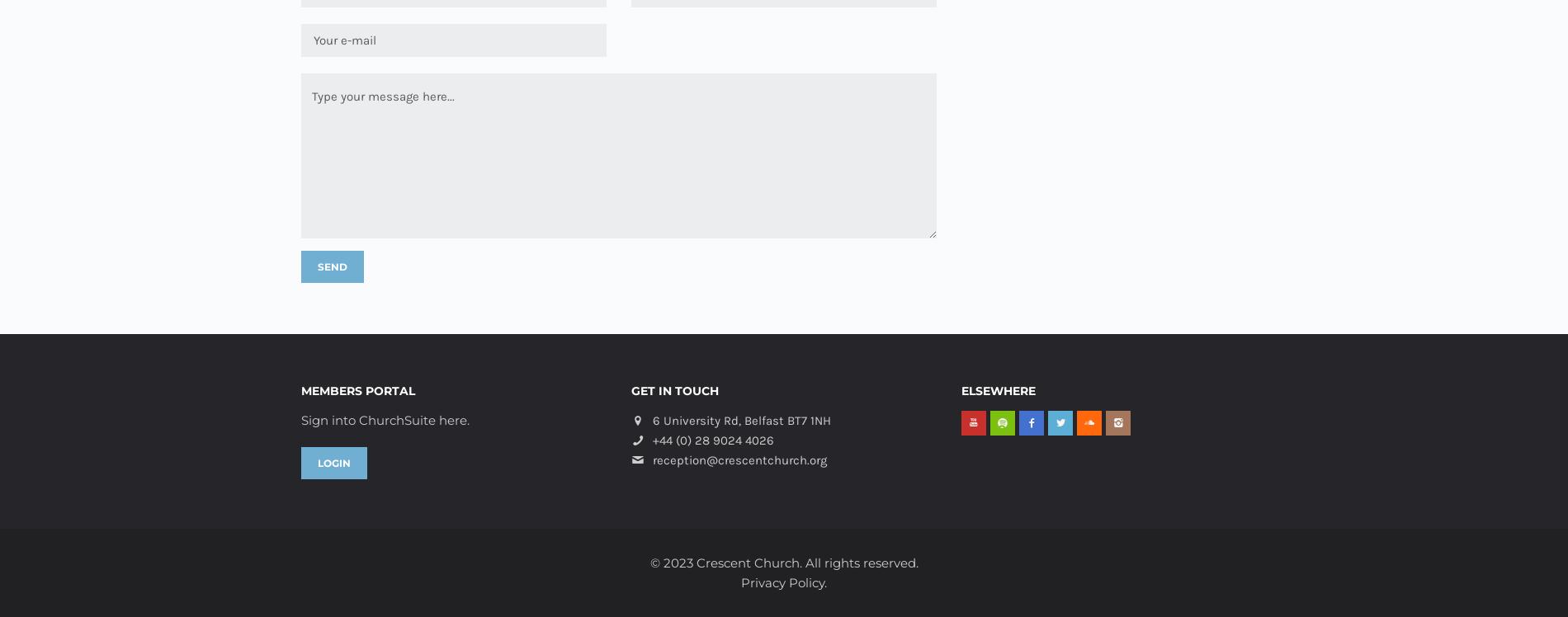 Image resolution: width=1568 pixels, height=617 pixels. What do you see at coordinates (784, 582) in the screenshot?
I see `'Privacy Policy.'` at bounding box center [784, 582].